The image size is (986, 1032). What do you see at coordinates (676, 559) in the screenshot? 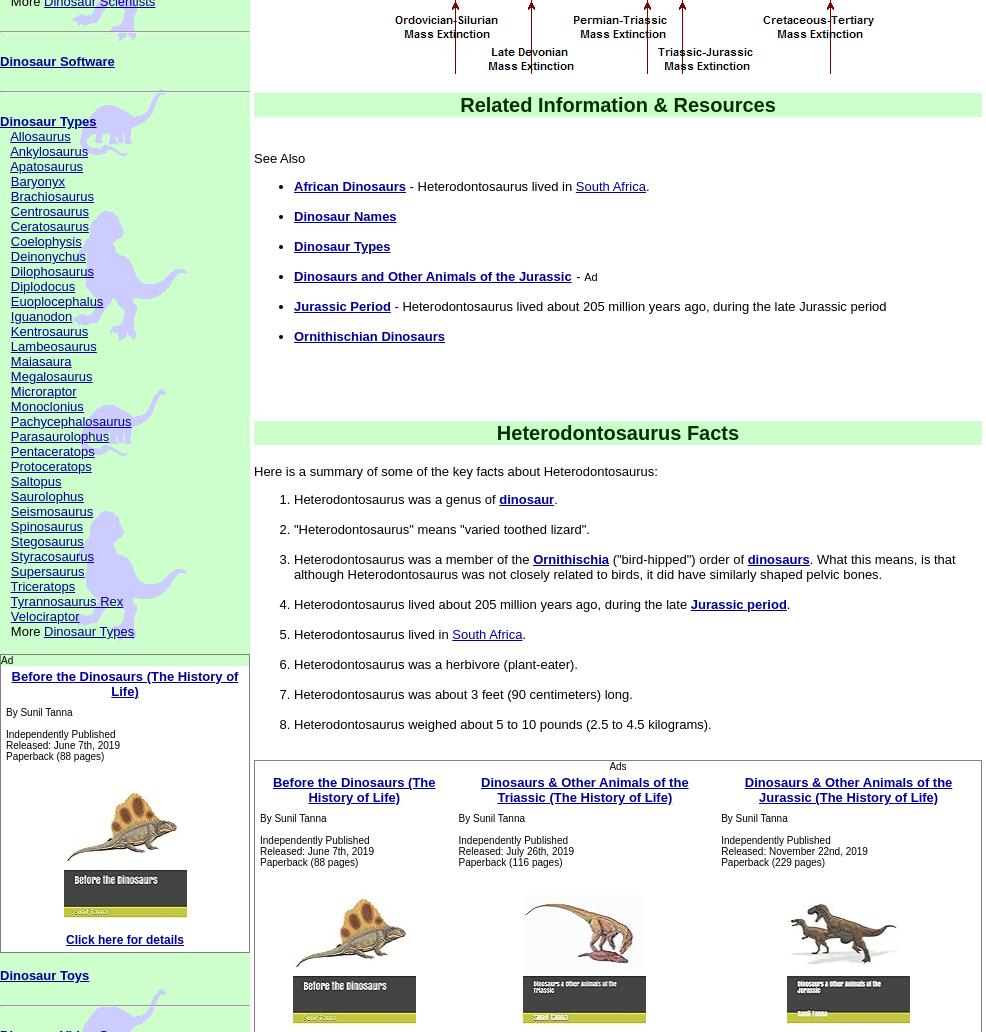
I see `'("bird-hipped") order of'` at bounding box center [676, 559].